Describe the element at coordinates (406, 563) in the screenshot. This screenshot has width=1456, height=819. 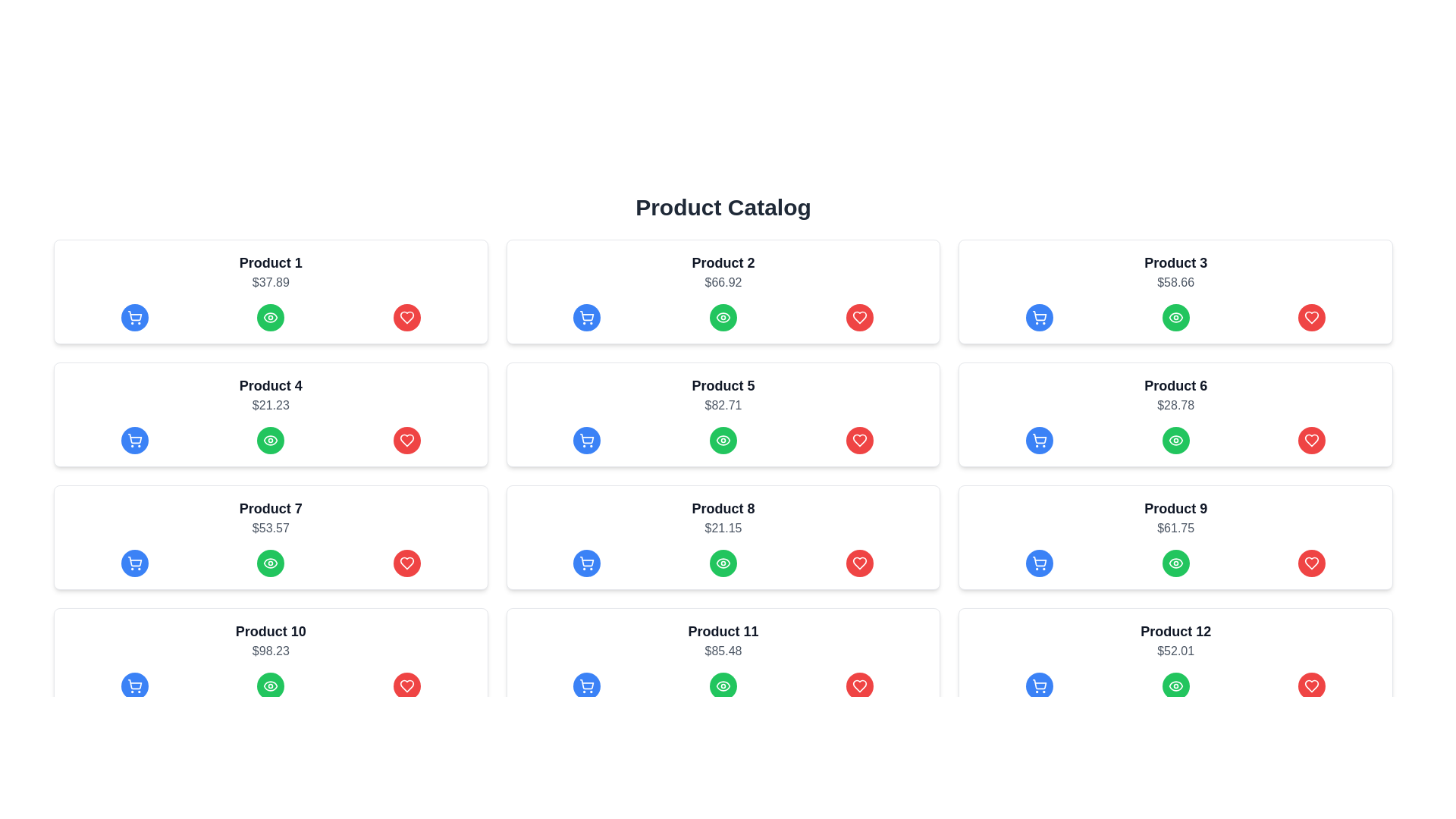
I see `the 'favorite' or 'like' button for 'Product 7'` at that location.